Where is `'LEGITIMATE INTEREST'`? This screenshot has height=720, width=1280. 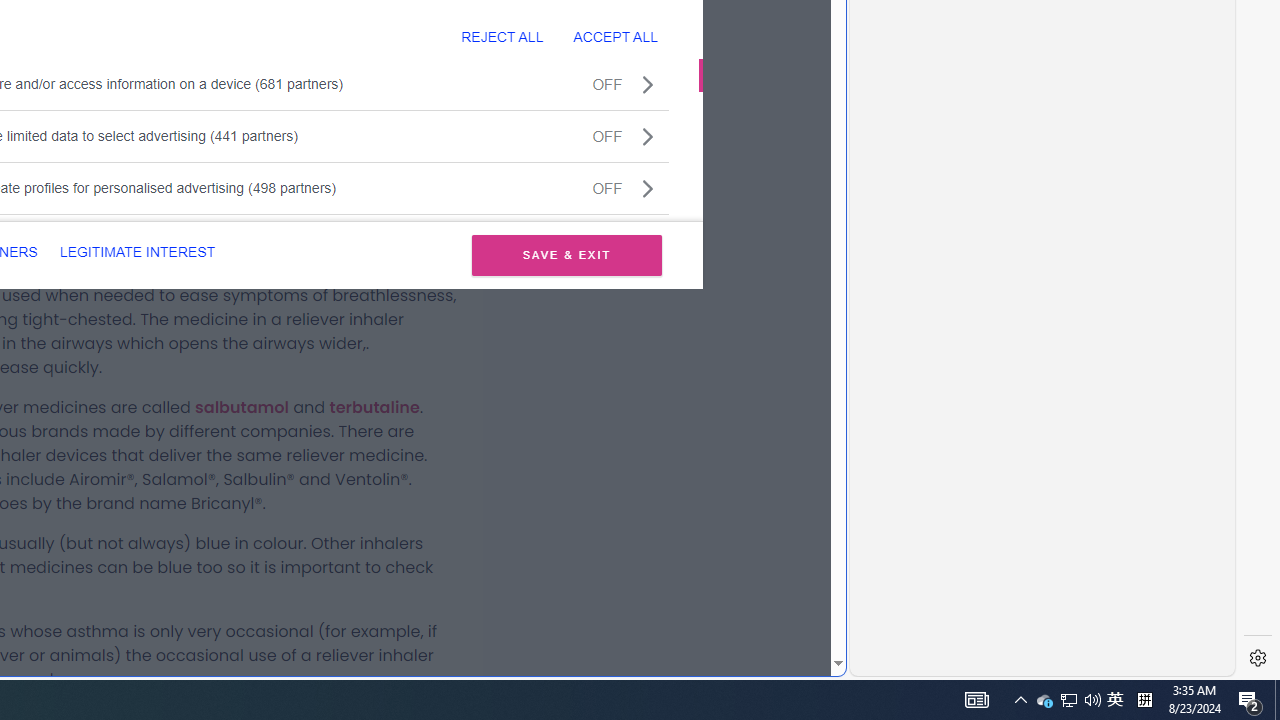 'LEGITIMATE INTEREST' is located at coordinates (136, 250).